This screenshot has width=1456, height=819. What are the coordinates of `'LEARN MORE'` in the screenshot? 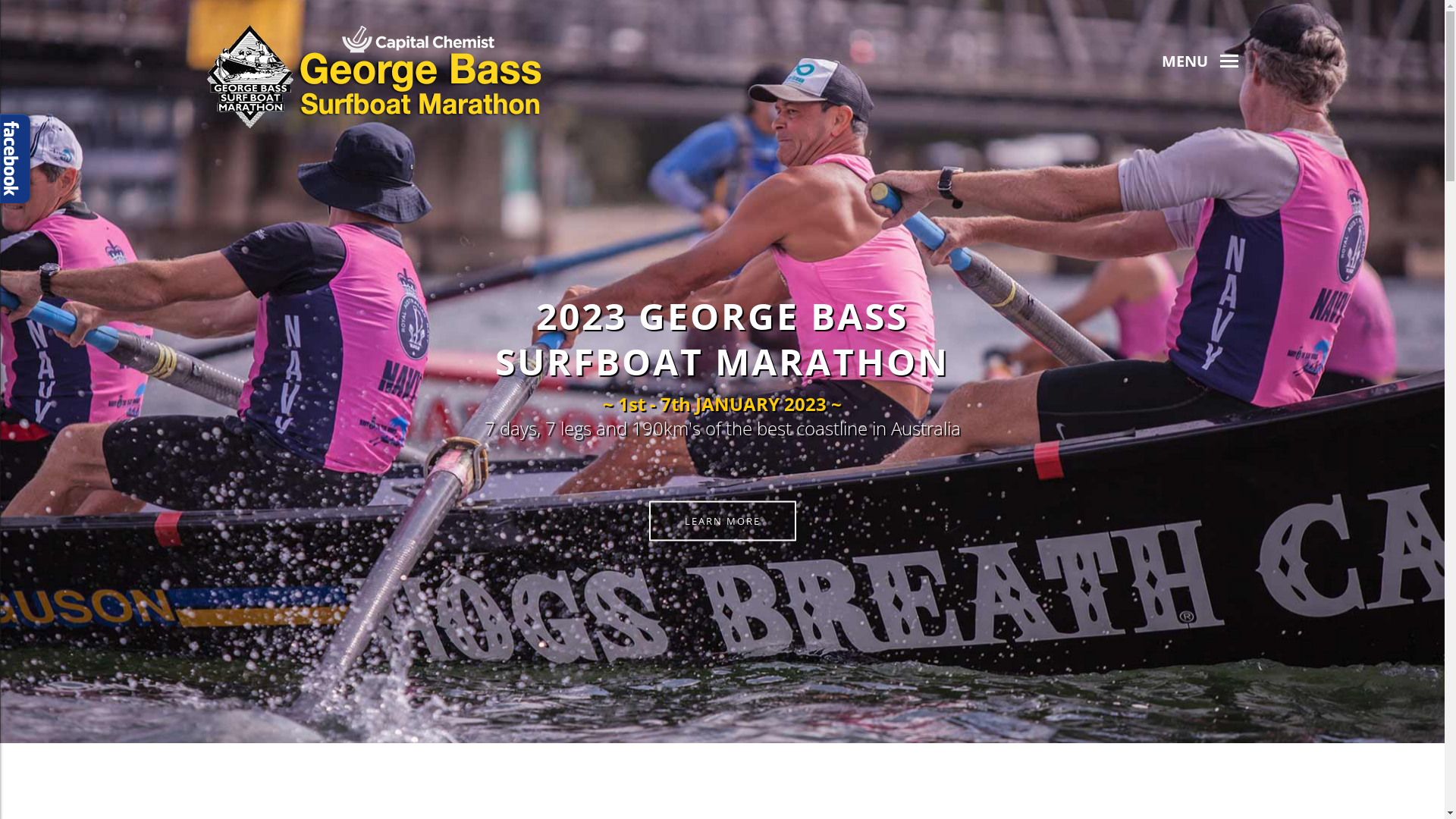 It's located at (648, 519).